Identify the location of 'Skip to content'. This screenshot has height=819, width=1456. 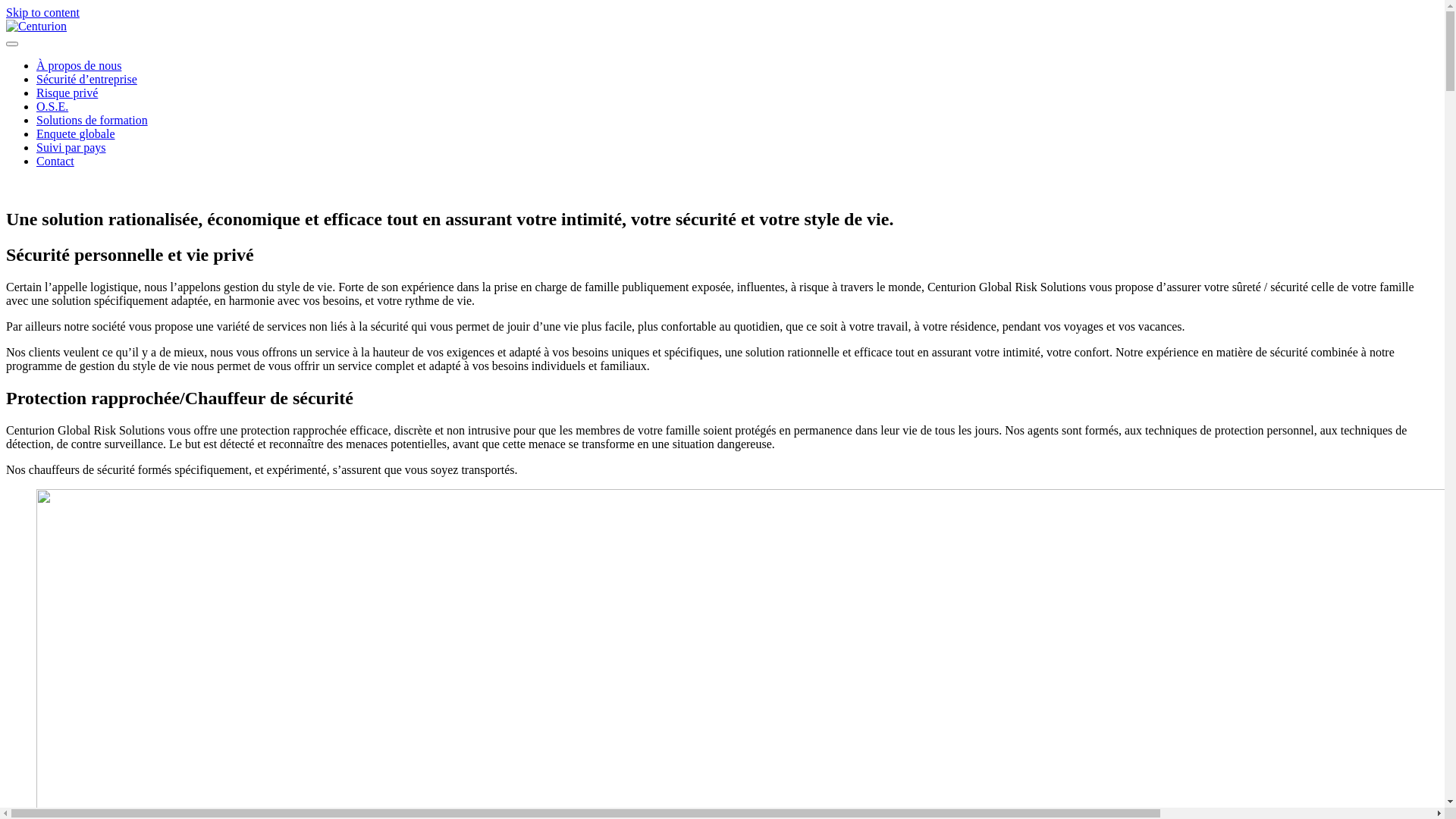
(42, 12).